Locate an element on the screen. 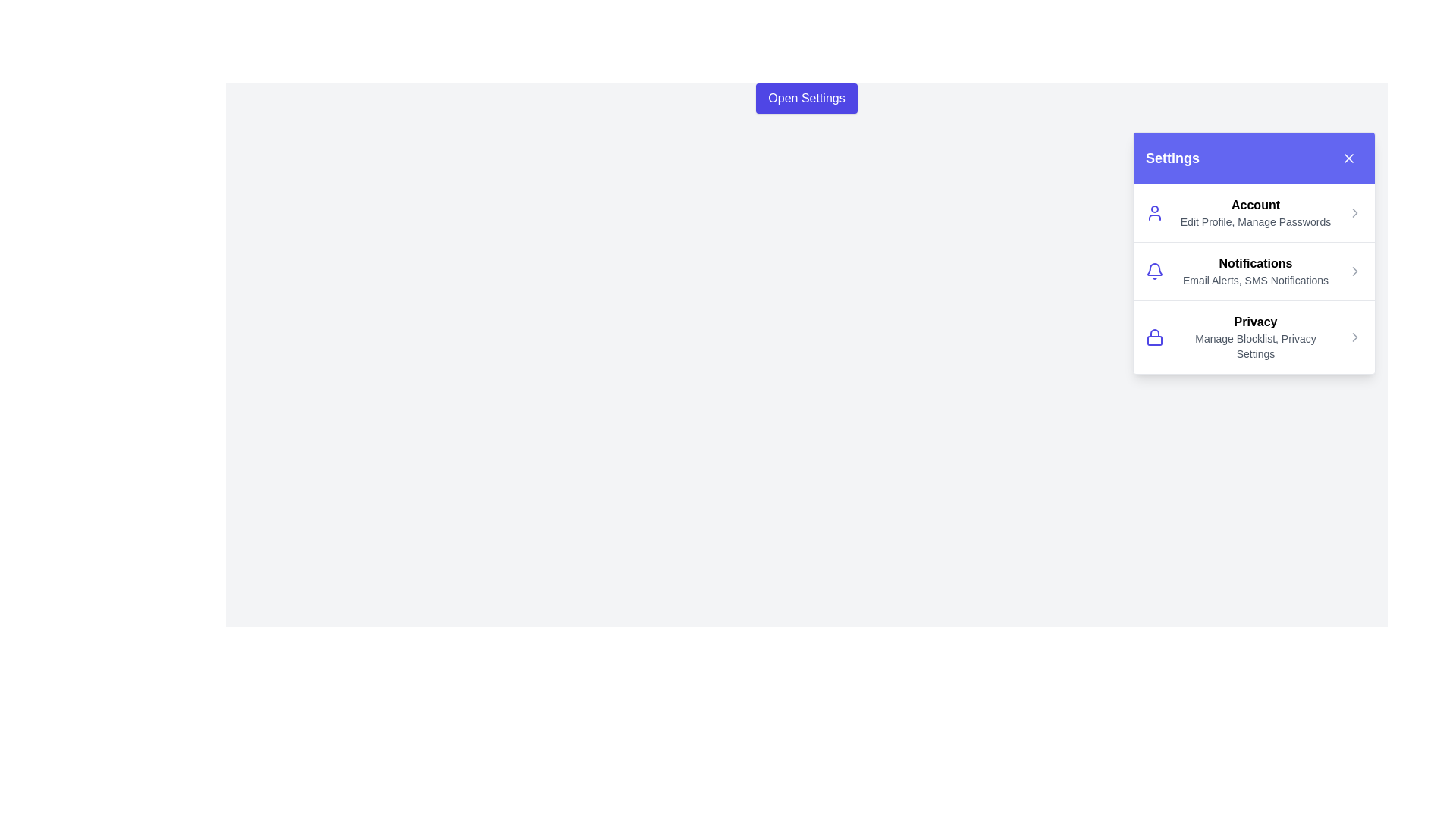  the 'Notifications' textual label located in the settings menu, which is the second item in the vertical list between 'Account' and 'Privacy' is located at coordinates (1256, 271).